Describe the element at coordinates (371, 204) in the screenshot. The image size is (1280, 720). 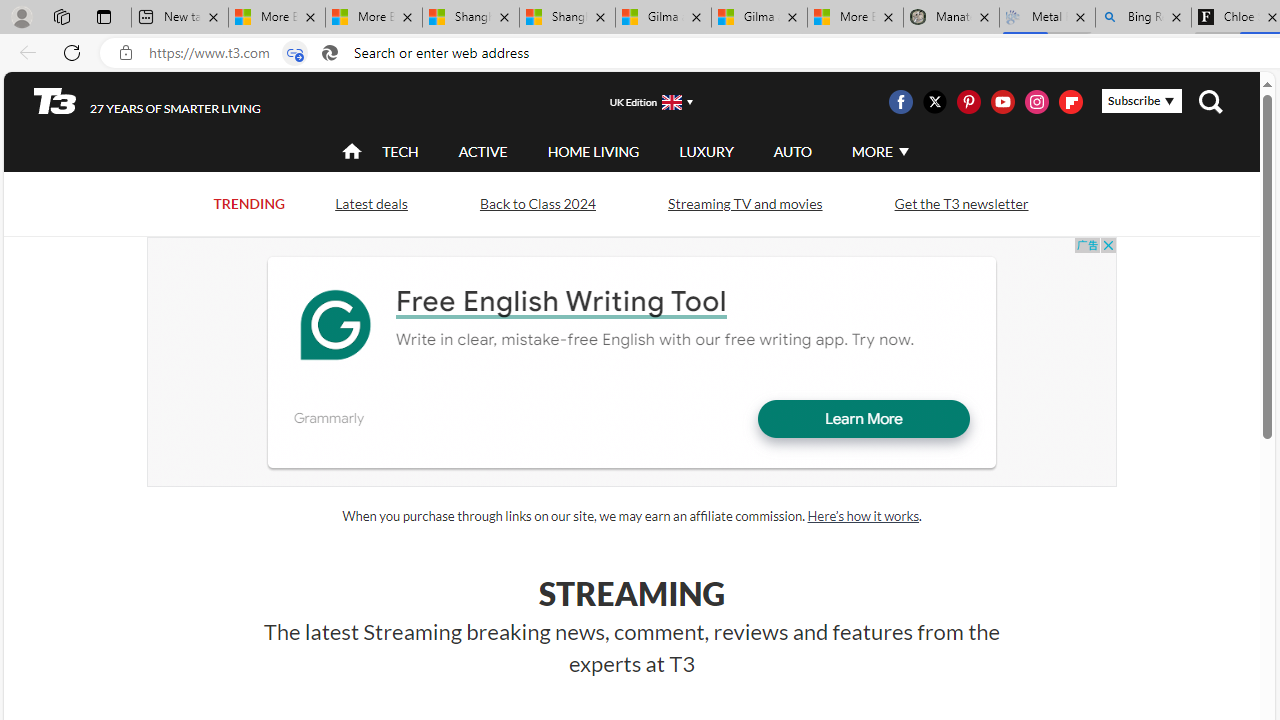
I see `'Latest deals'` at that location.